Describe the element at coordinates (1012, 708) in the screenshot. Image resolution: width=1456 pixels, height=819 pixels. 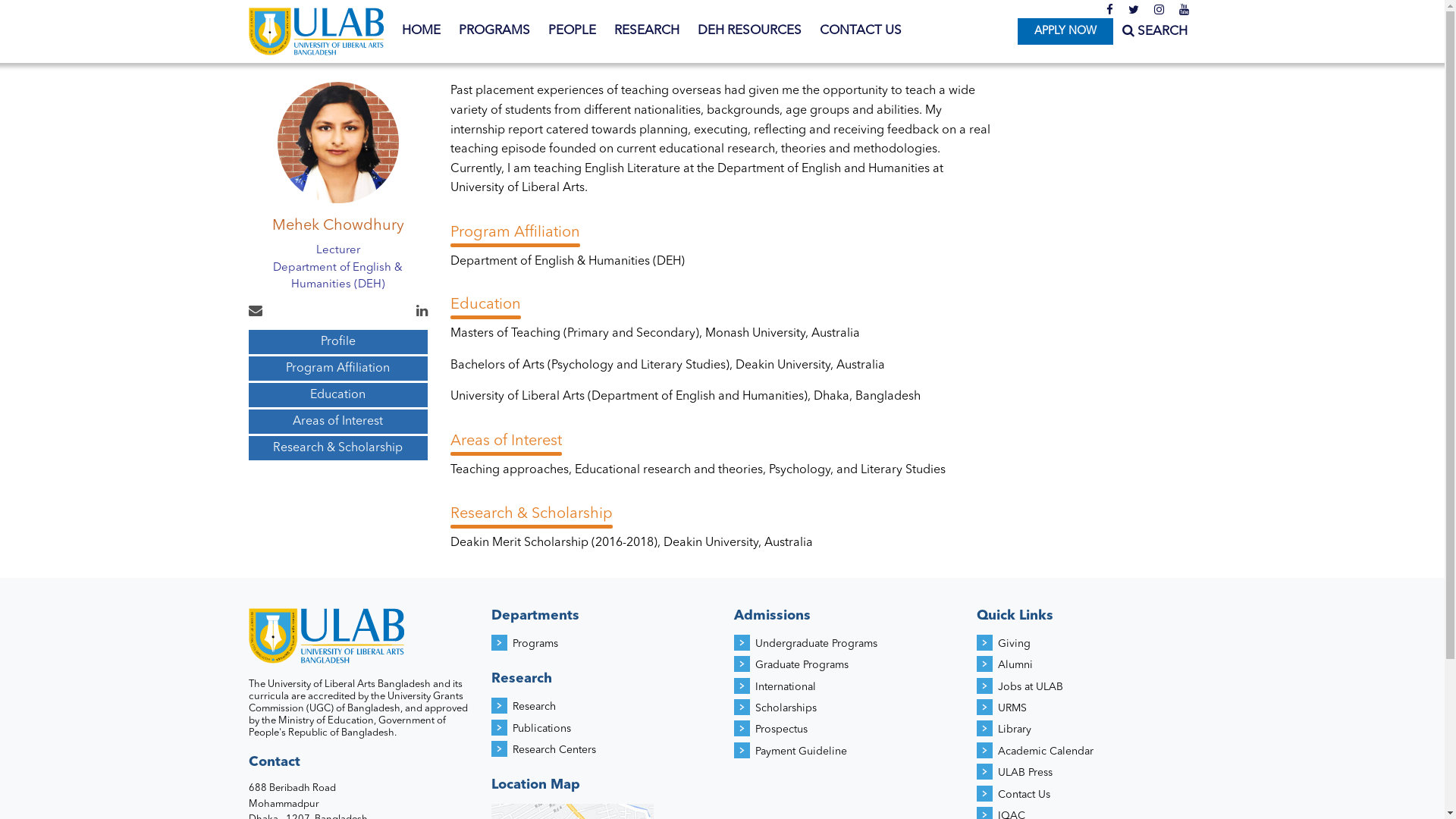
I see `'URMS'` at that location.